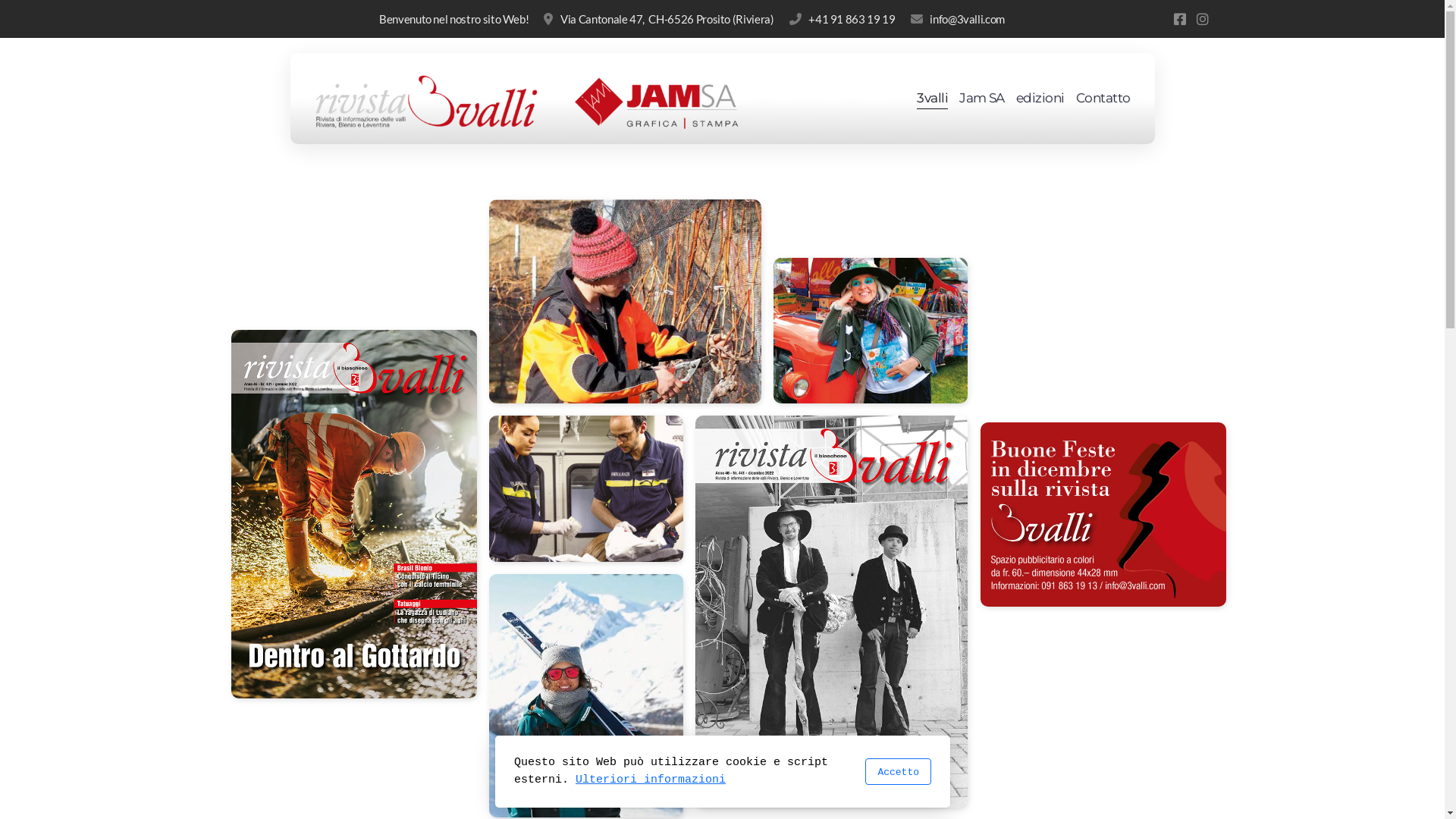  Describe the element at coordinates (982, 99) in the screenshot. I see `'Jam SA'` at that location.